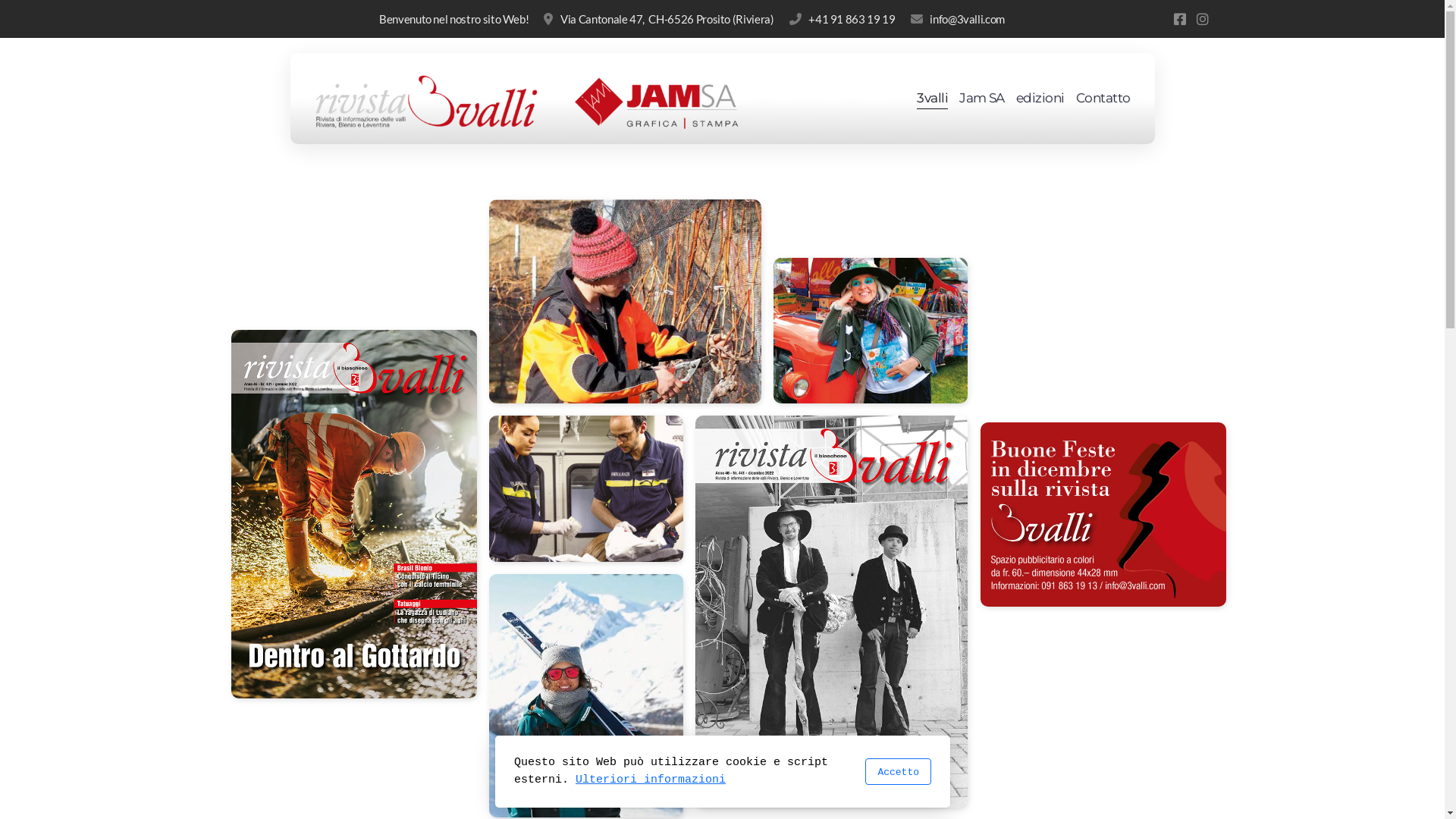  Describe the element at coordinates (982, 99) in the screenshot. I see `'Jam SA'` at that location.